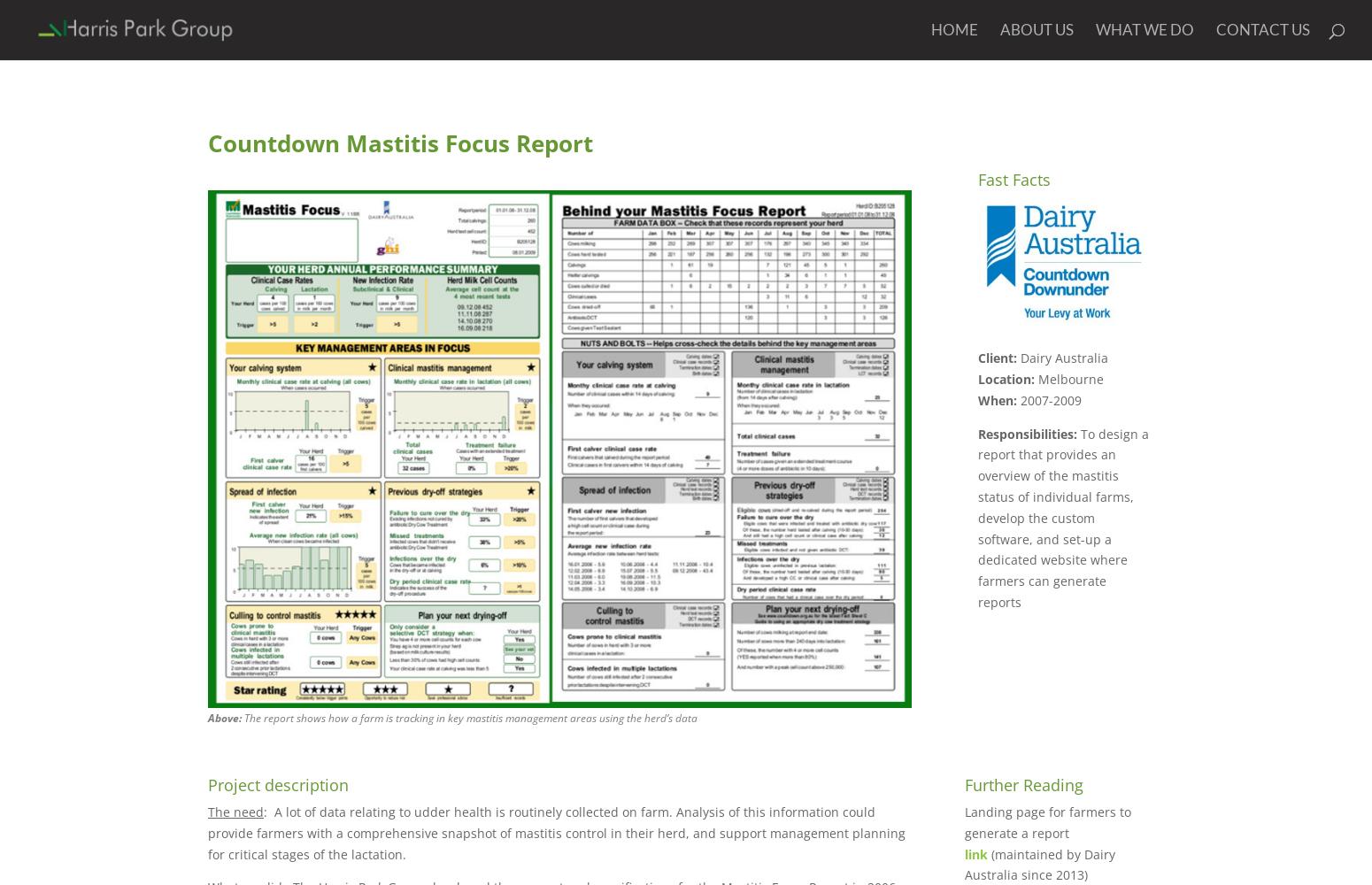  What do you see at coordinates (1261, 29) in the screenshot?
I see `'Contact Us'` at bounding box center [1261, 29].